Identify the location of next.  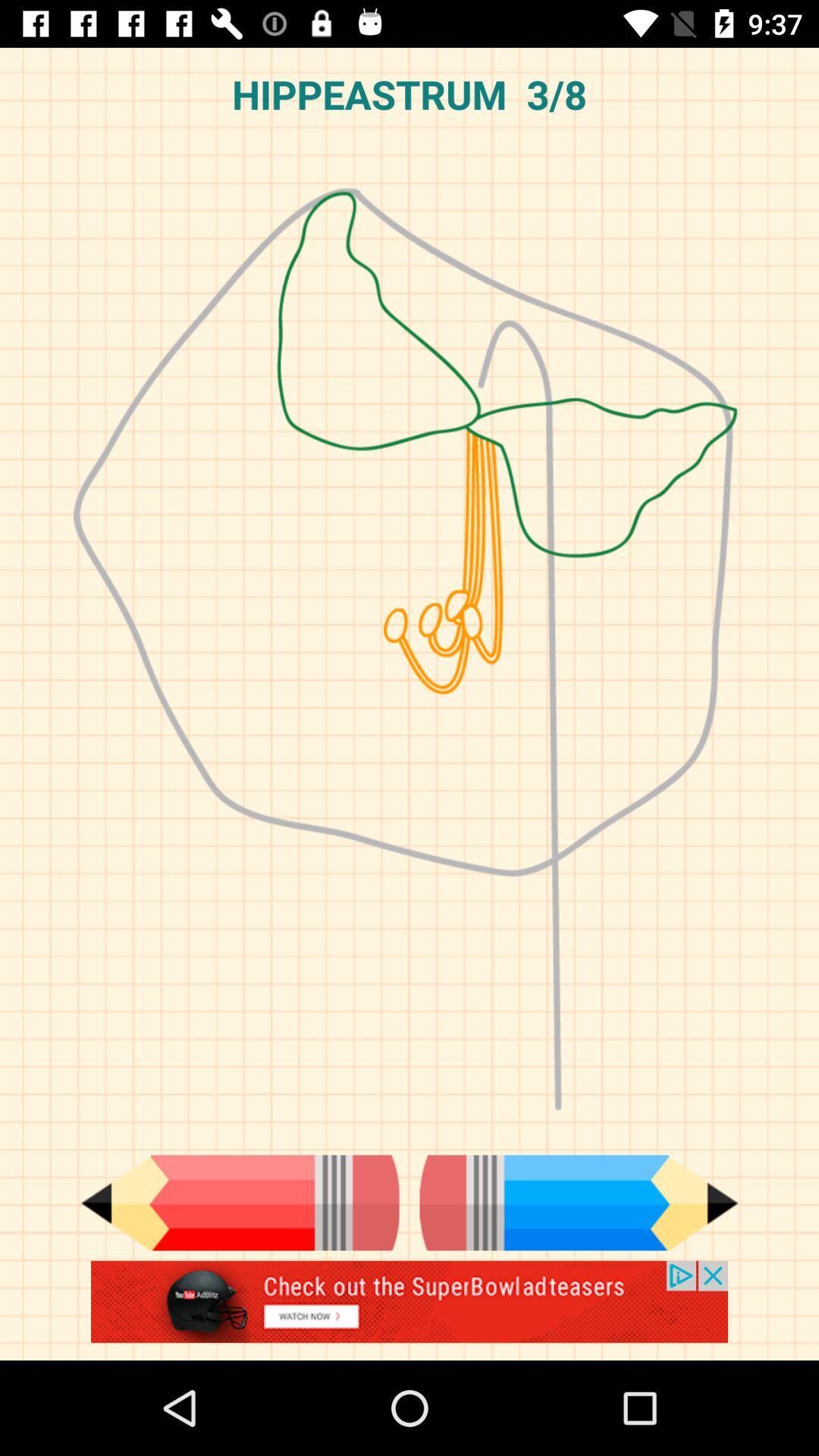
(579, 1202).